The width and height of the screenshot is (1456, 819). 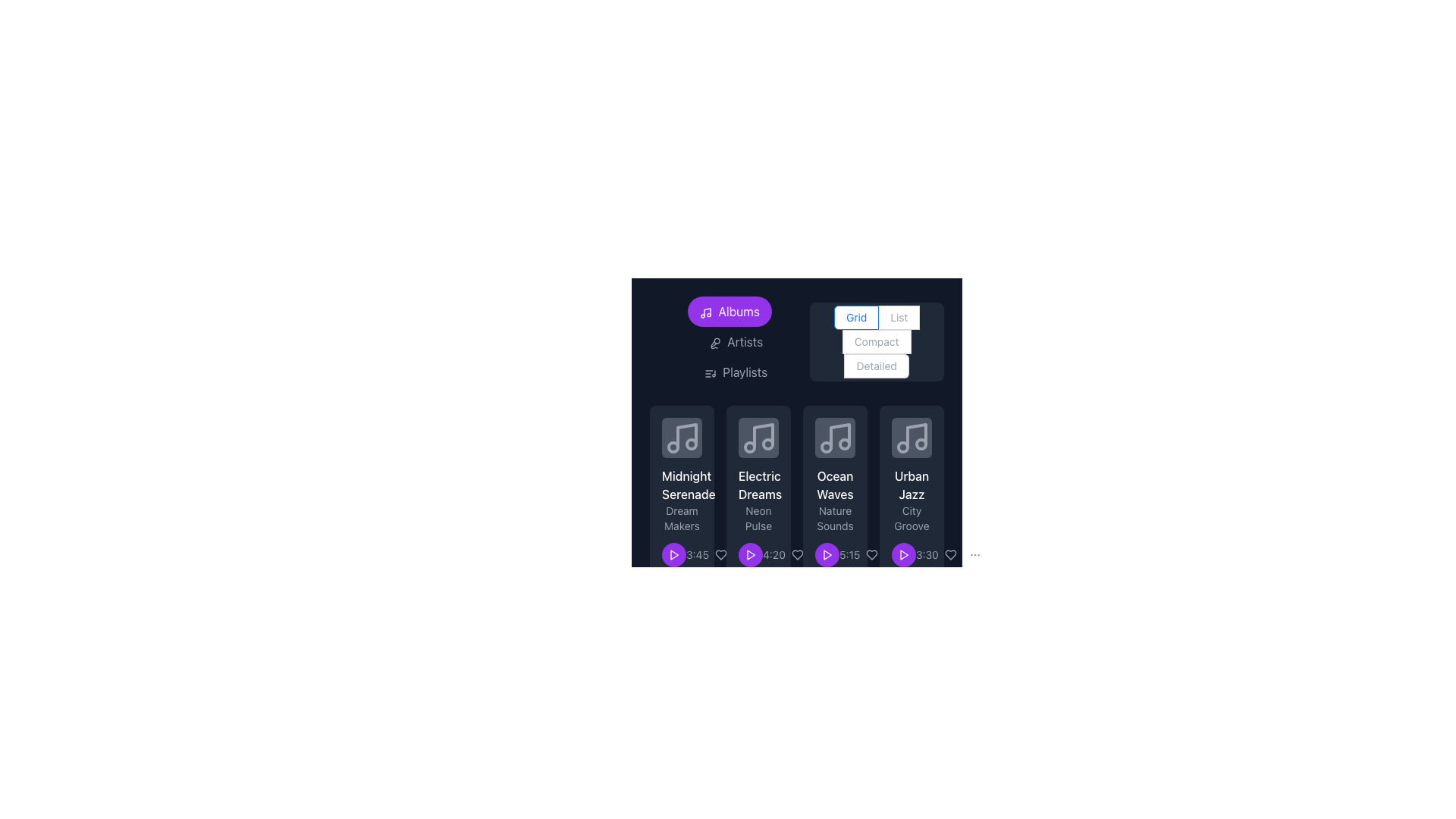 What do you see at coordinates (856, 317) in the screenshot?
I see `the first radio button` at bounding box center [856, 317].